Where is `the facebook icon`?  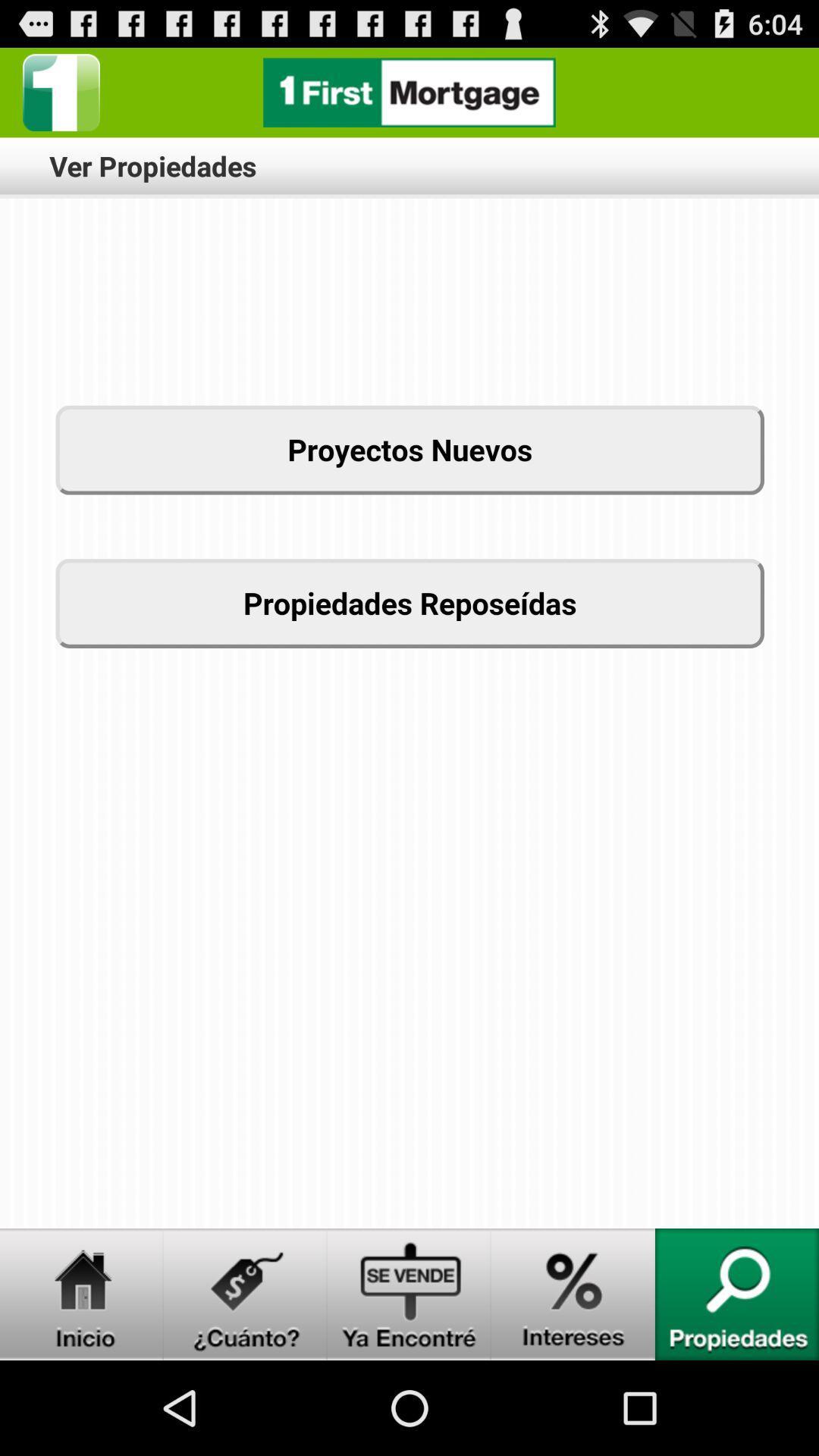 the facebook icon is located at coordinates (61, 98).